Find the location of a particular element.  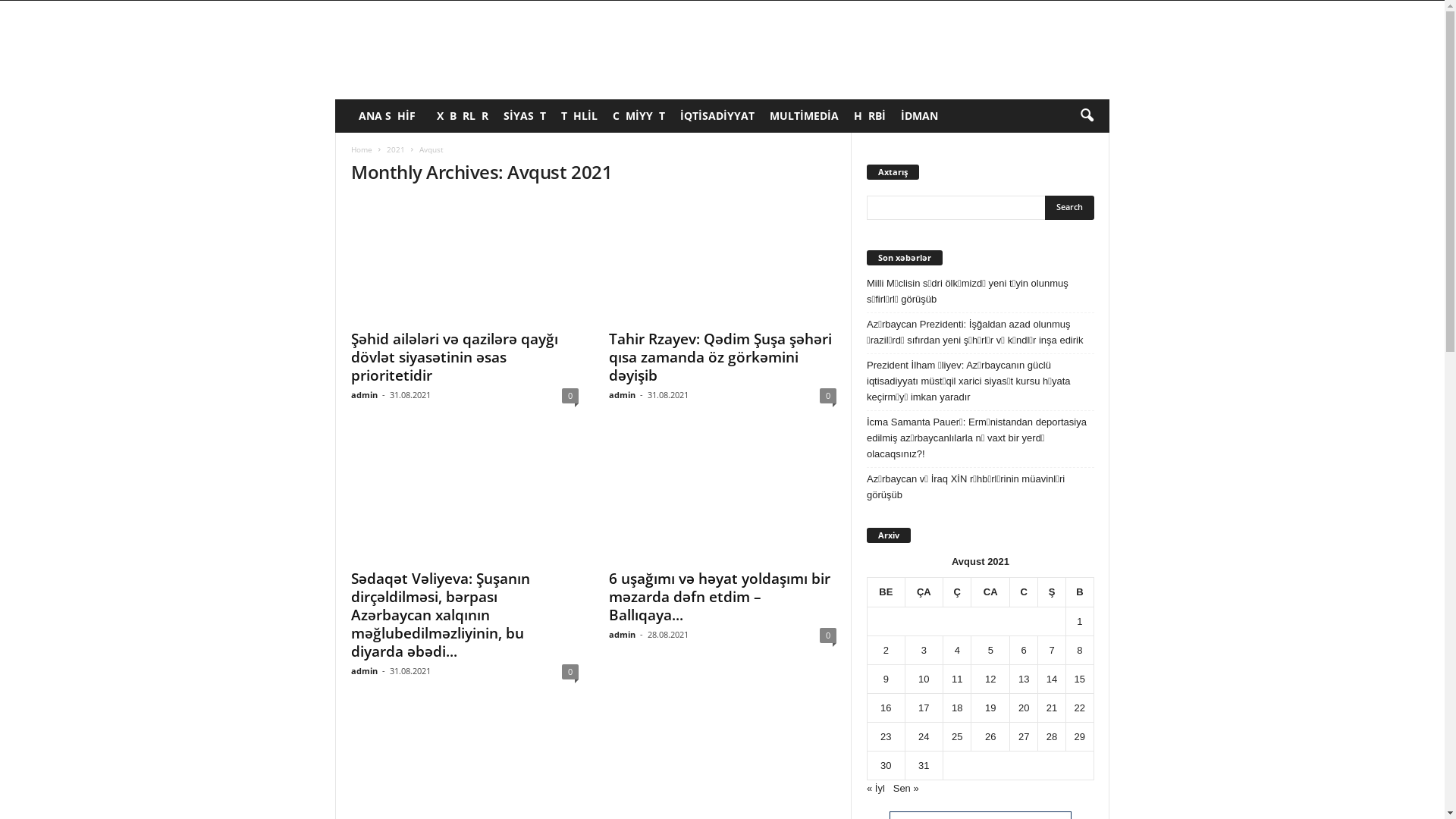

'Home' is located at coordinates (360, 149).